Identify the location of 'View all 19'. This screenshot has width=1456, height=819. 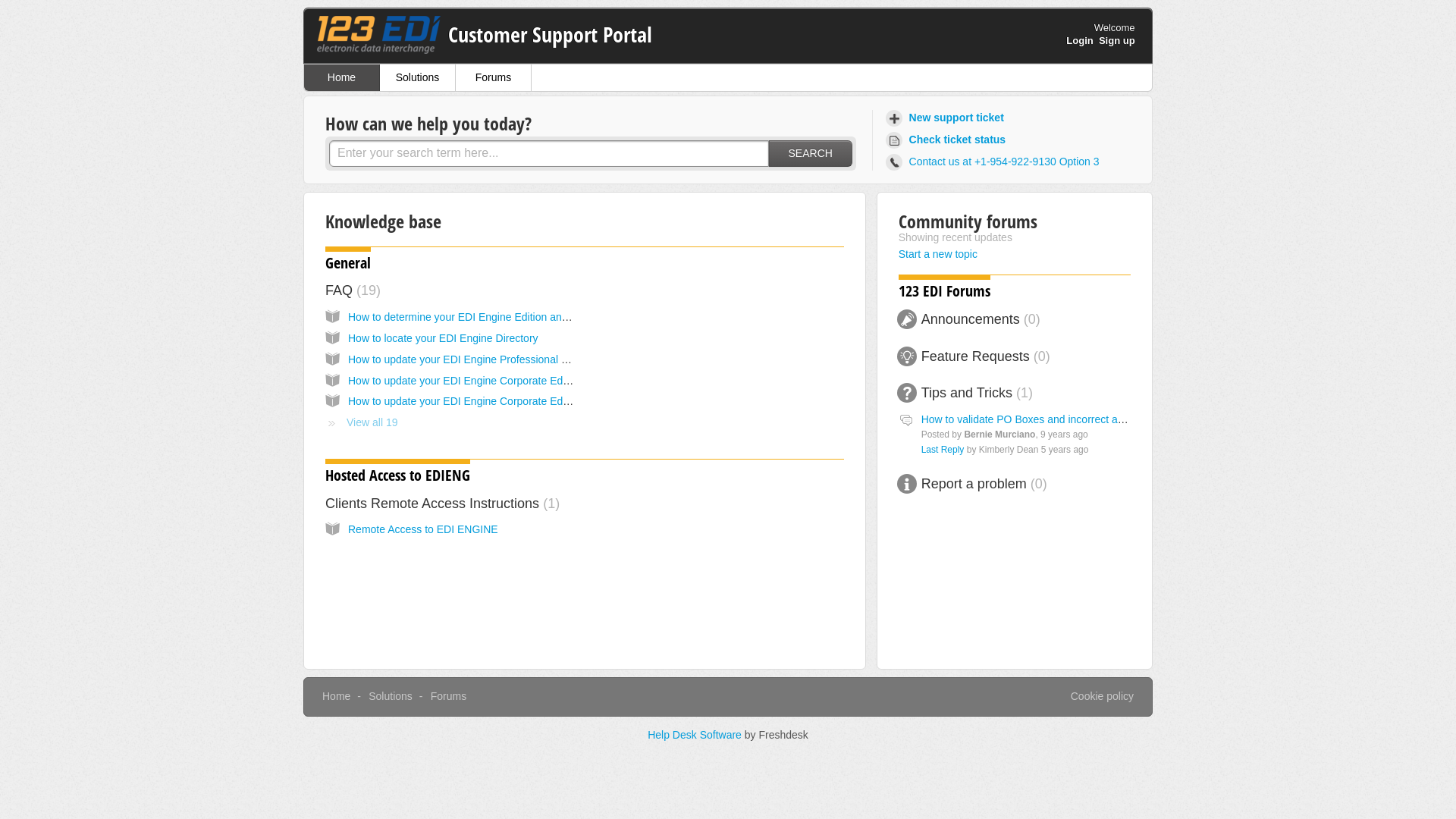
(324, 422).